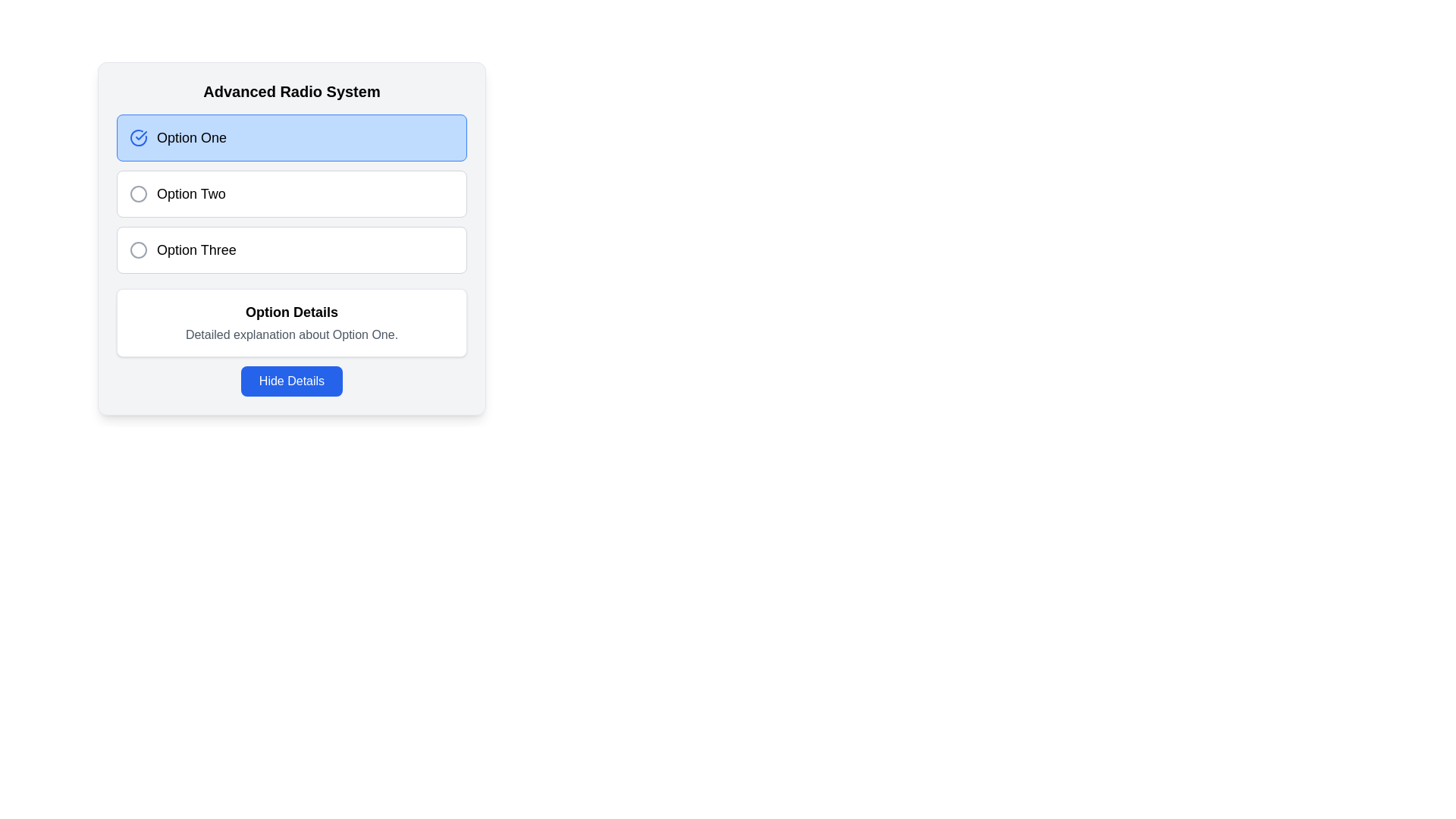 This screenshot has height=819, width=1456. I want to click on the radio button indicator for 'Option Three', so click(138, 249).